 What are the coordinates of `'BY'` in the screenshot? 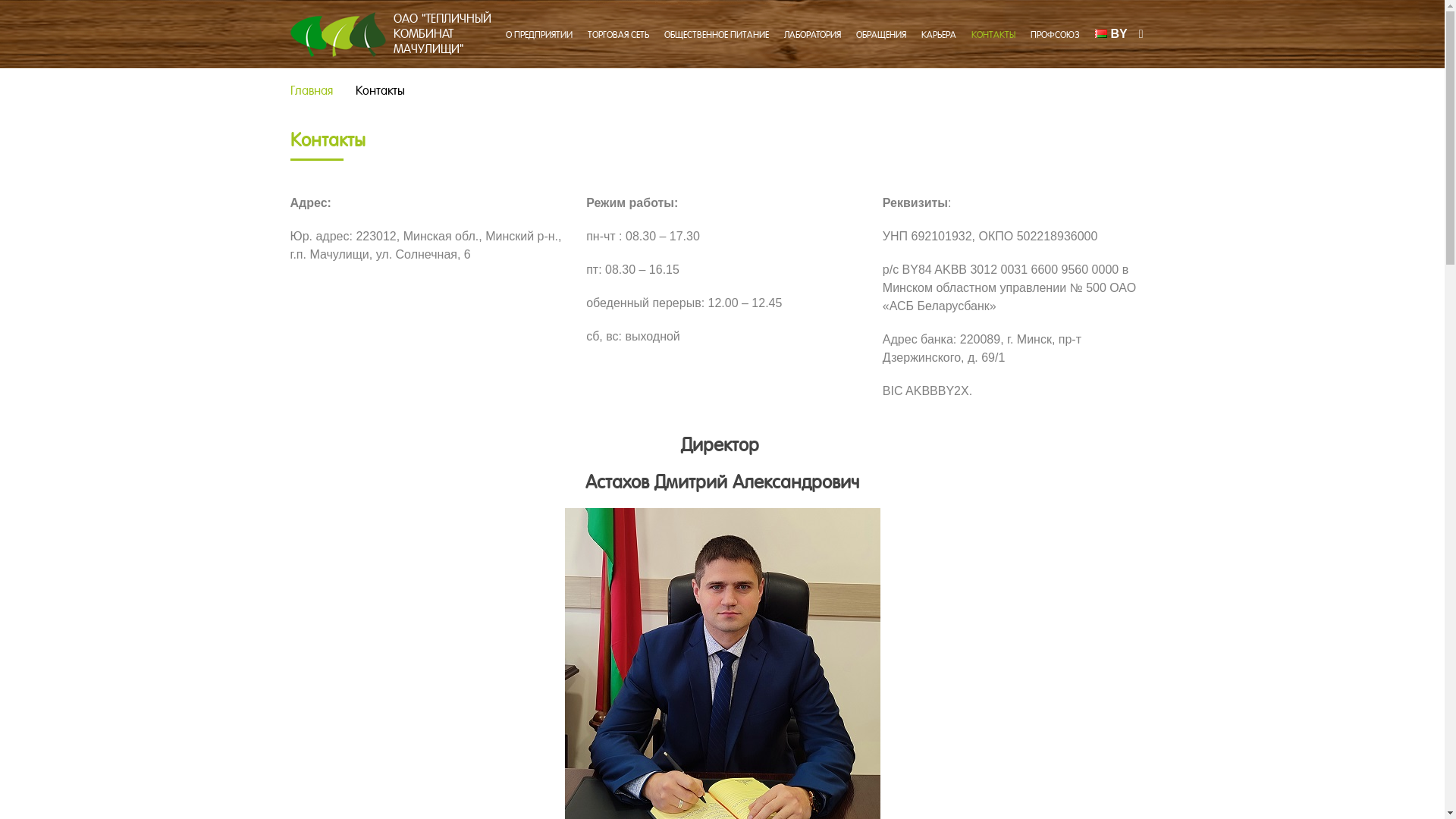 It's located at (1111, 33).